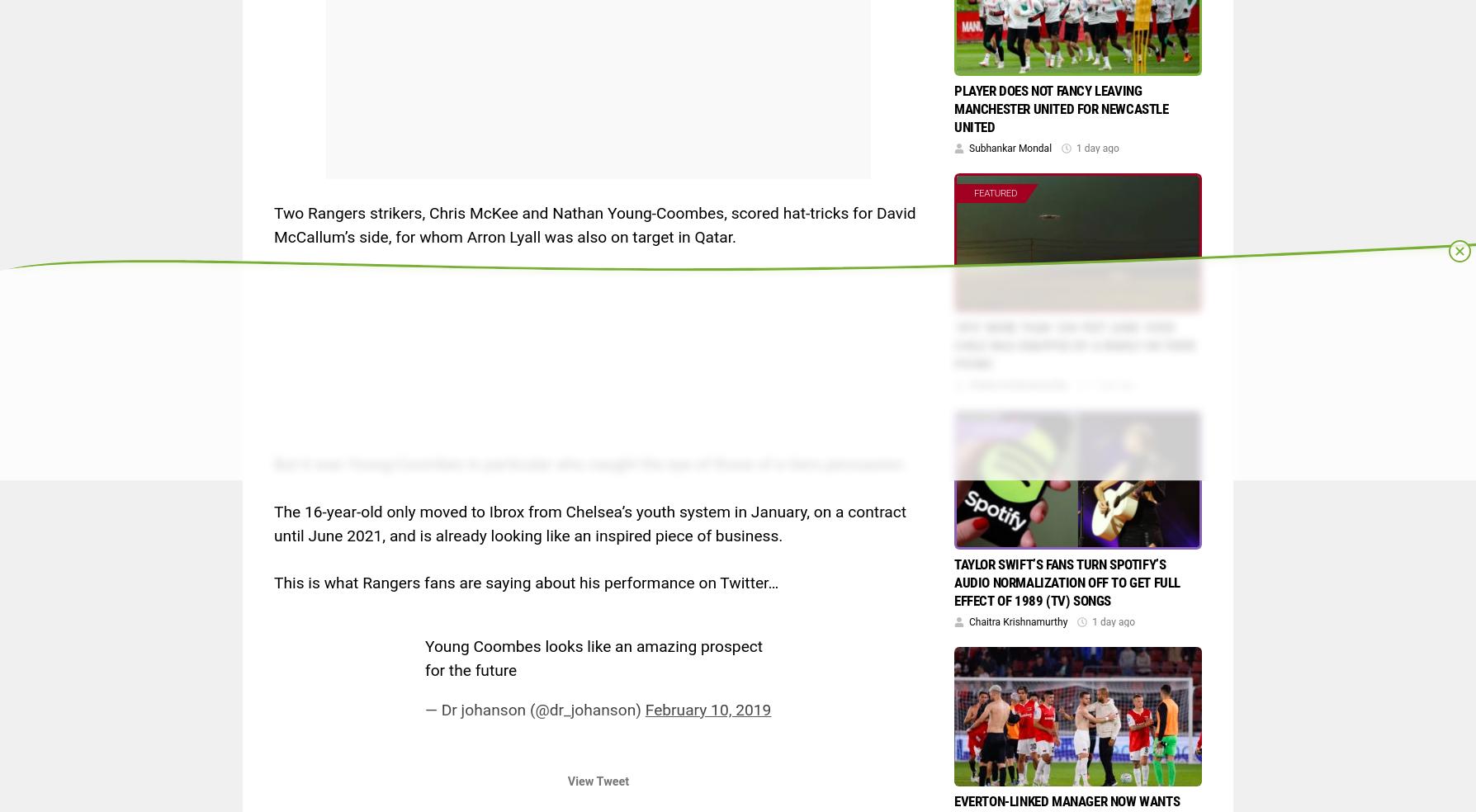 The image size is (1476, 812). Describe the element at coordinates (589, 522) in the screenshot. I see `'The 16-year-old only moved to Ibrox from Chelsea’s youth system in January, on a contract until June 2021, and is already looking like an inspired piece of business.'` at that location.